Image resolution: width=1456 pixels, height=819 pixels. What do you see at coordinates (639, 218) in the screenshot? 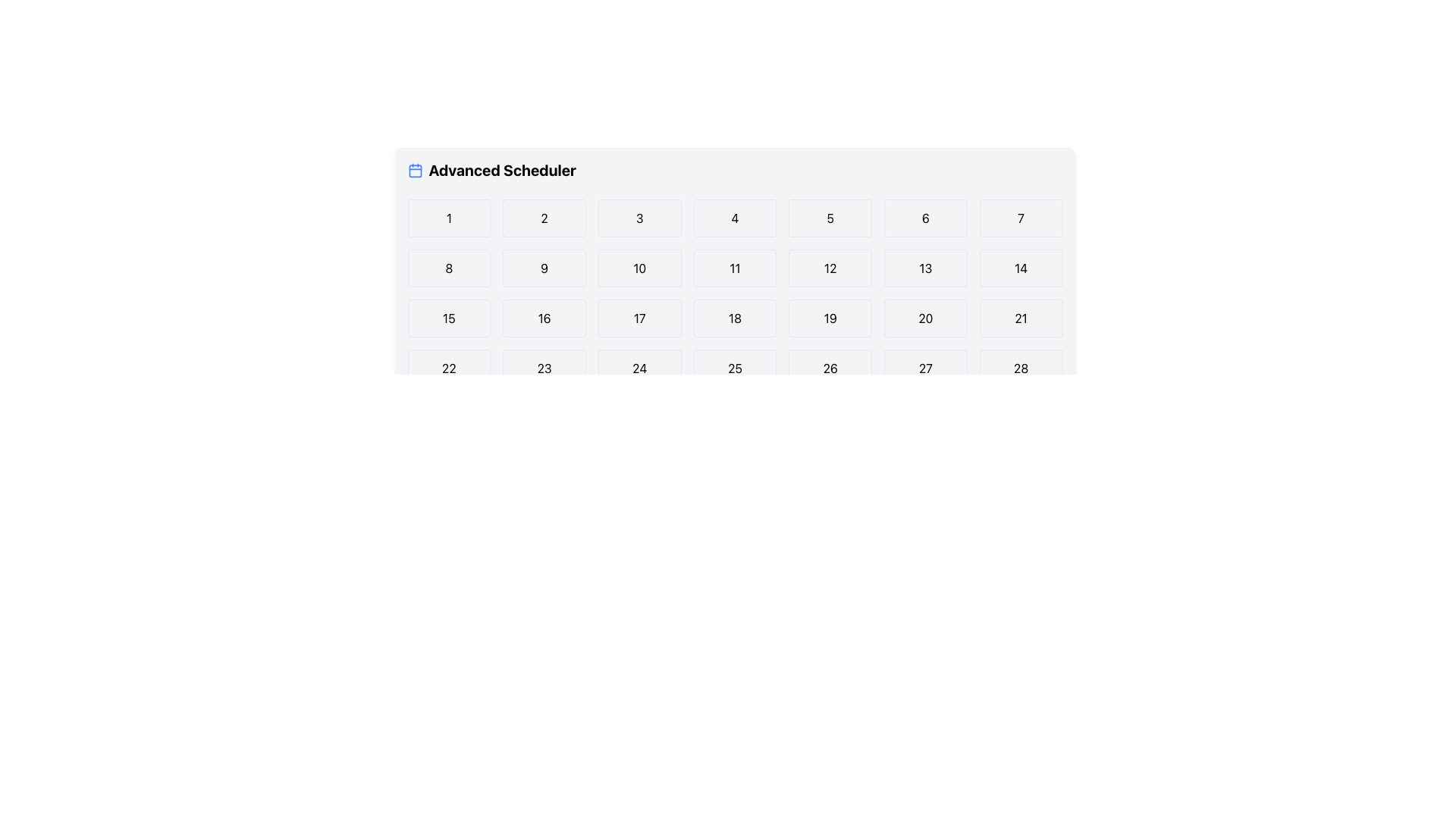
I see `the button labeled '3' in the grid of the 'Advanced Scheduler'` at bounding box center [639, 218].